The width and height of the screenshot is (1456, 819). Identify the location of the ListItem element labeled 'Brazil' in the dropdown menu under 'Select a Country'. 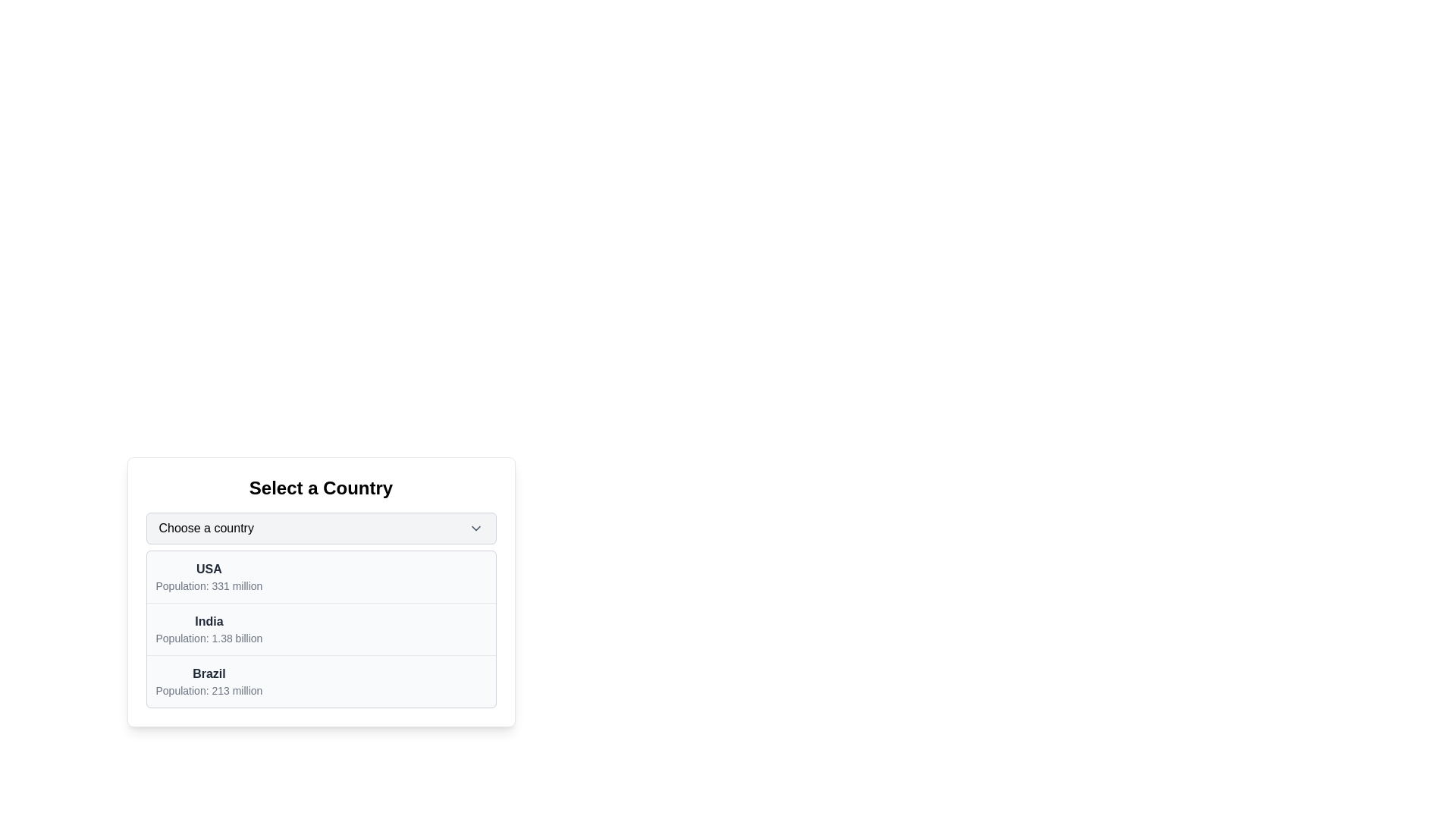
(320, 680).